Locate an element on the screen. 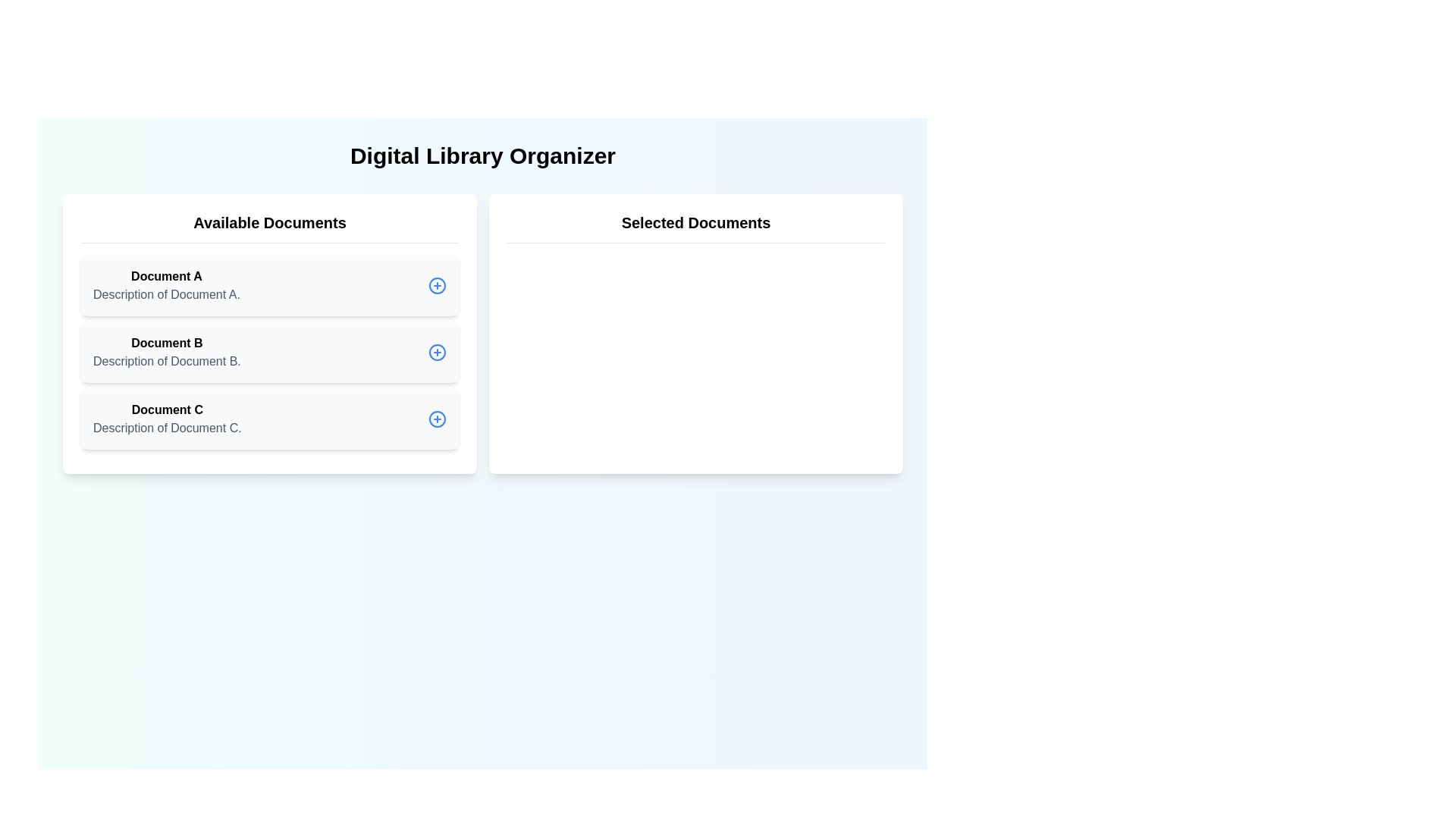  text content located in the second row under the 'Available Documents' section, directly below the title 'Document B.' is located at coordinates (167, 362).